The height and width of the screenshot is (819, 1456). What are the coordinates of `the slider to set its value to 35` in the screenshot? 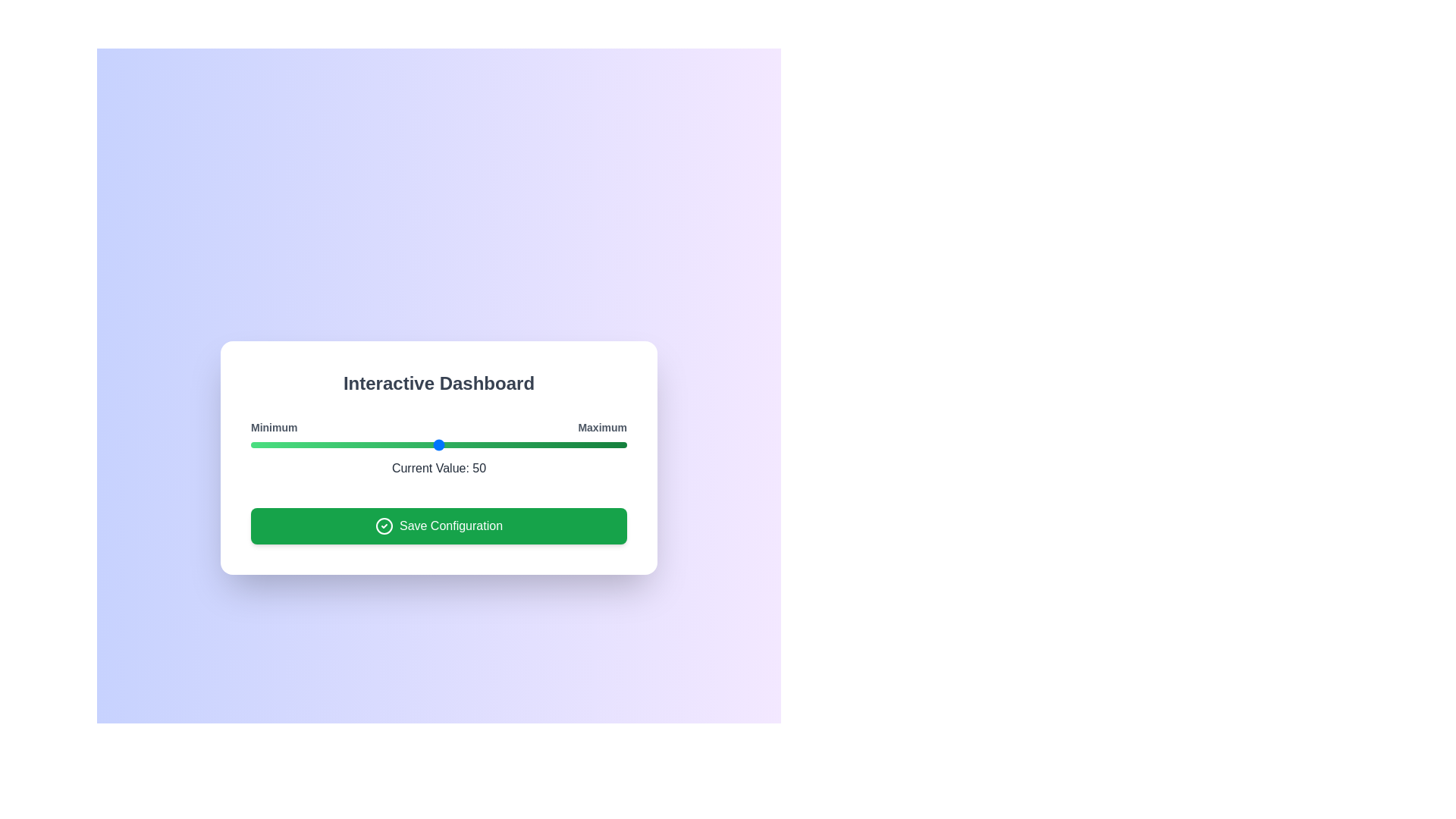 It's located at (382, 444).